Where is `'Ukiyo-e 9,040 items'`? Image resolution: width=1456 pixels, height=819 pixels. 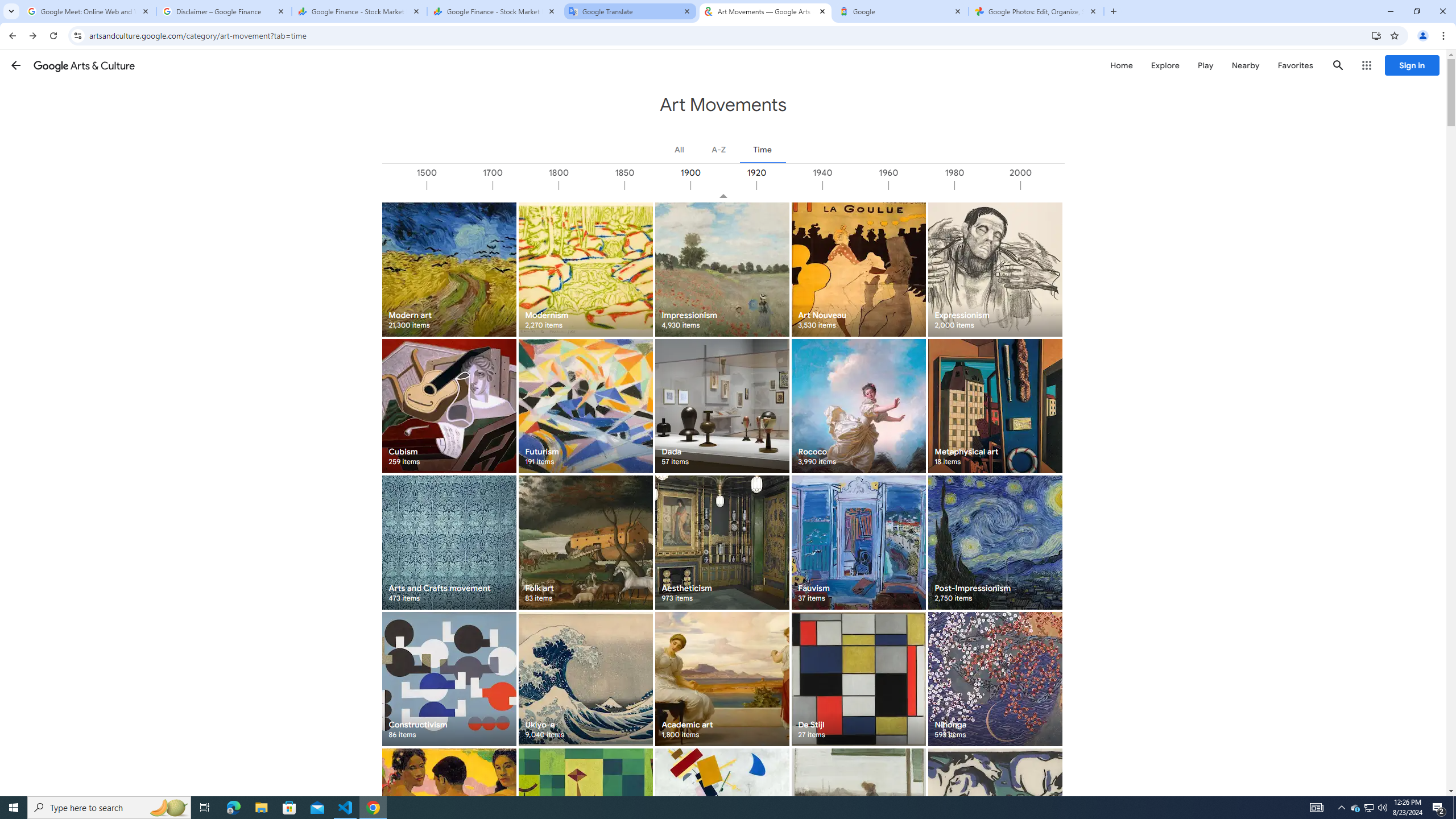 'Ukiyo-e 9,040 items' is located at coordinates (585, 678).